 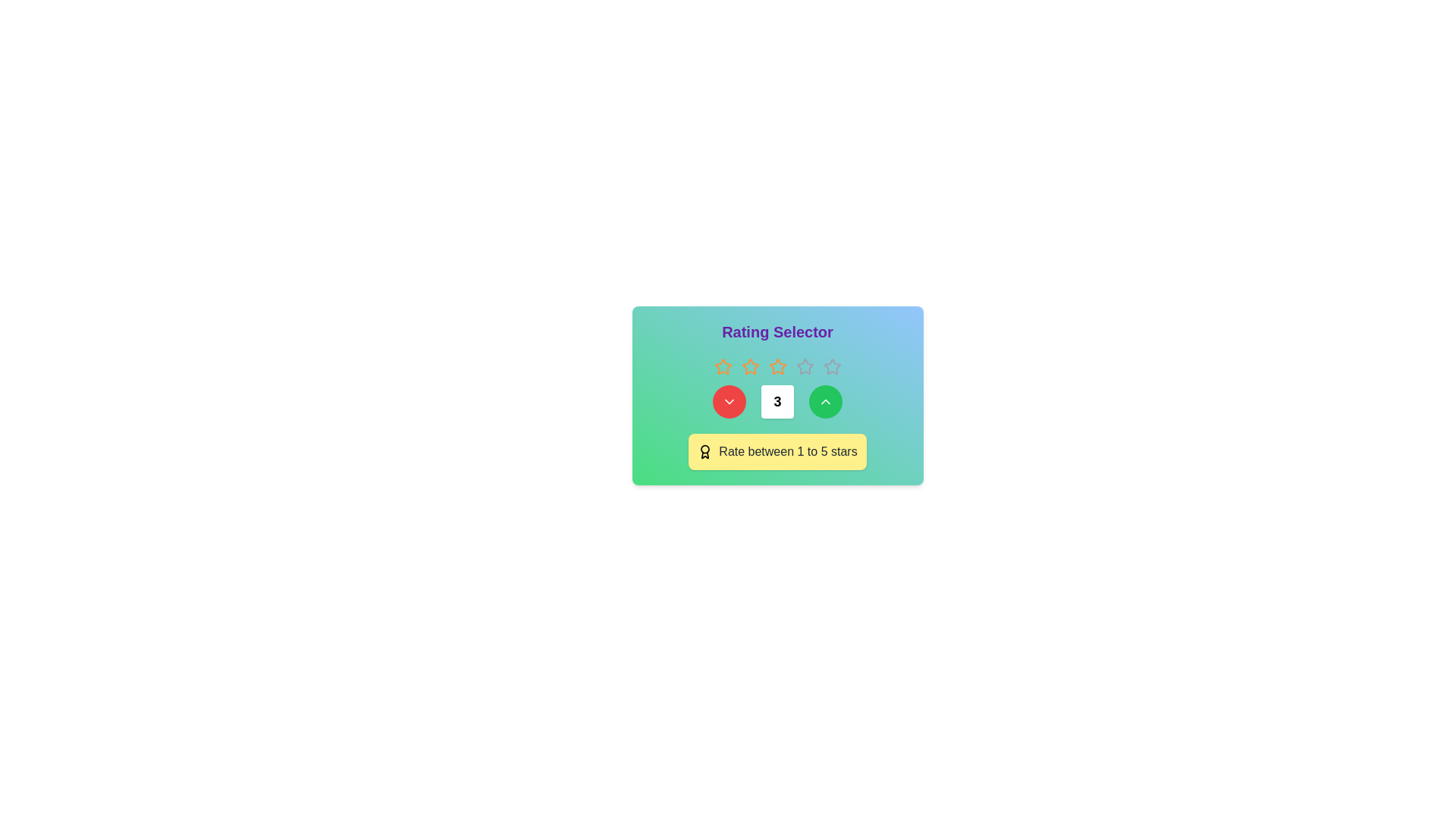 What do you see at coordinates (831, 366) in the screenshot?
I see `the fifth star icon in the horizontal sequence at the top center of the rating interface` at bounding box center [831, 366].